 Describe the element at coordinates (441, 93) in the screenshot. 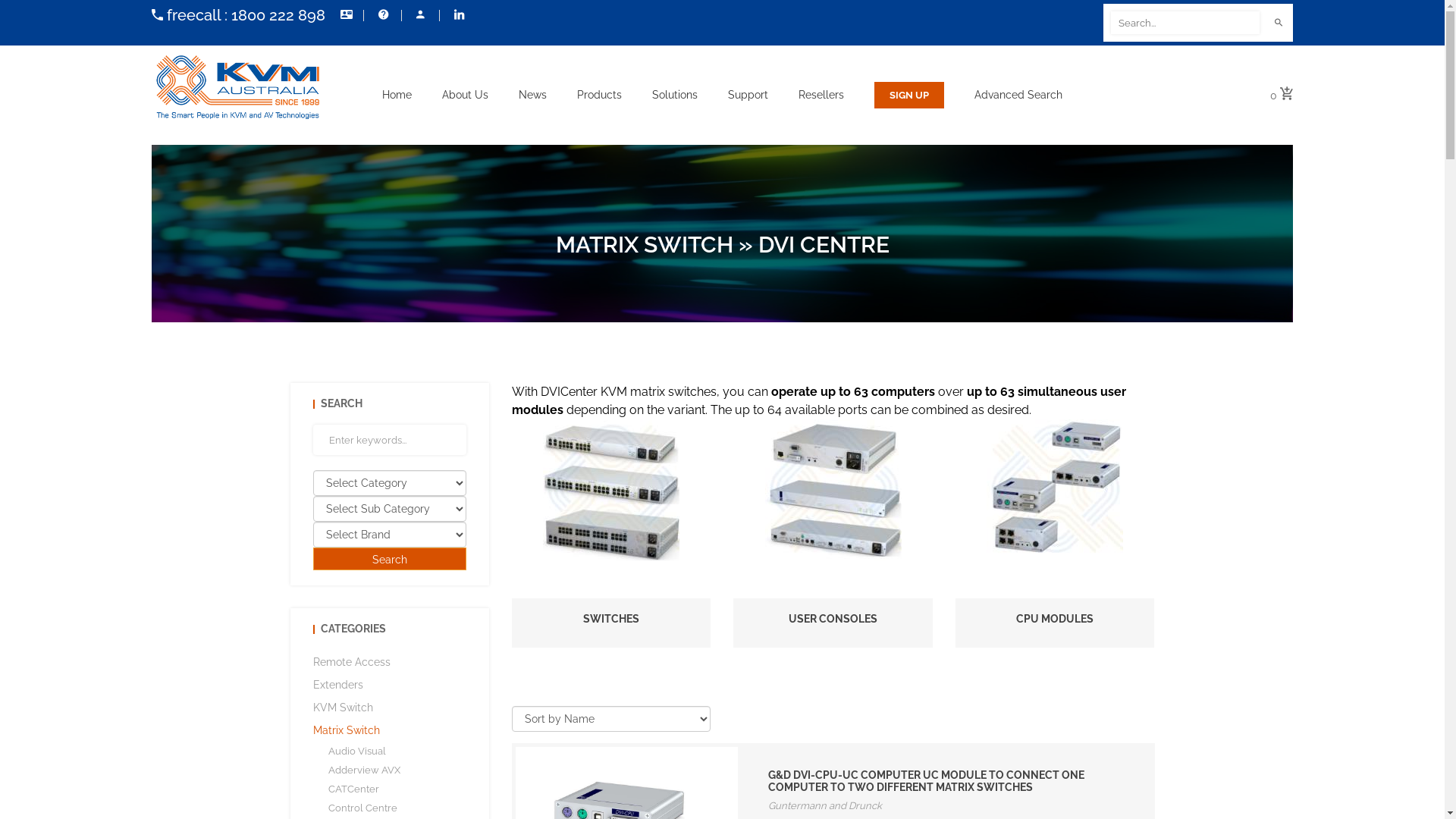

I see `'About Us'` at that location.